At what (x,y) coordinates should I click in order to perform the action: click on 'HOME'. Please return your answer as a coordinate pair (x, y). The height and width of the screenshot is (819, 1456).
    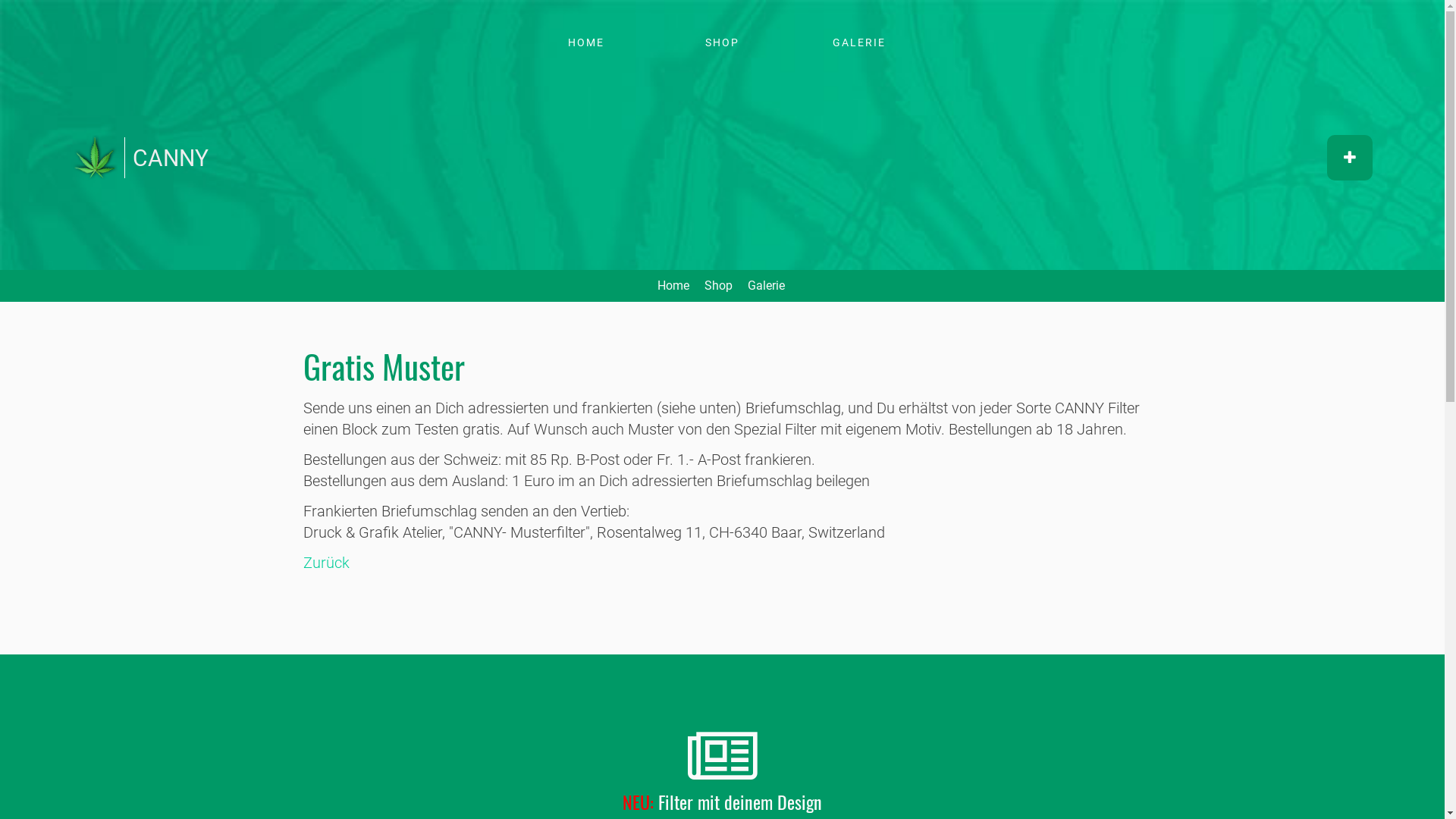
    Looking at the image, I should click on (585, 42).